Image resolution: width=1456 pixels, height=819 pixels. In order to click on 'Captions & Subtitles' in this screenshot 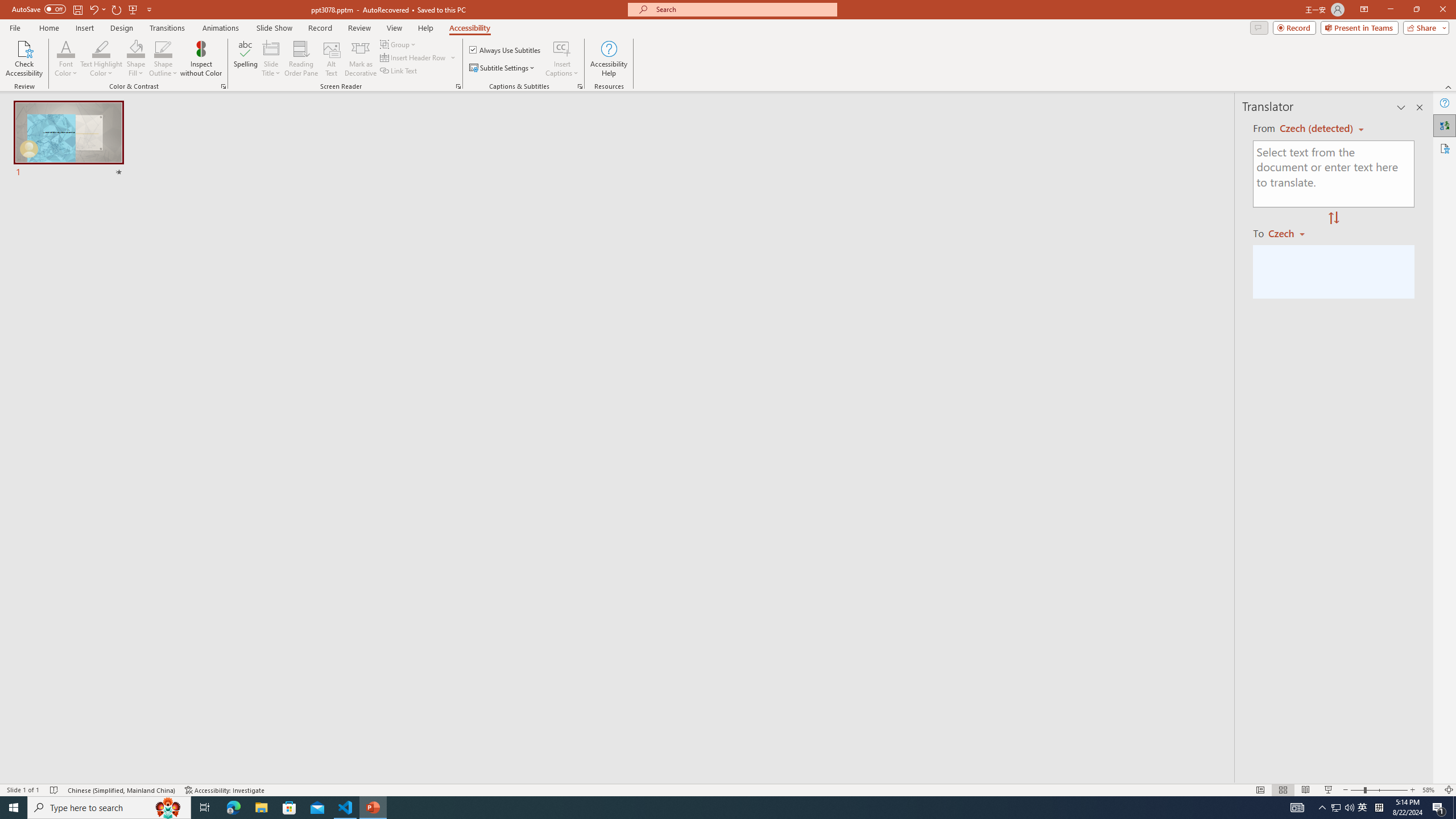, I will do `click(580, 85)`.